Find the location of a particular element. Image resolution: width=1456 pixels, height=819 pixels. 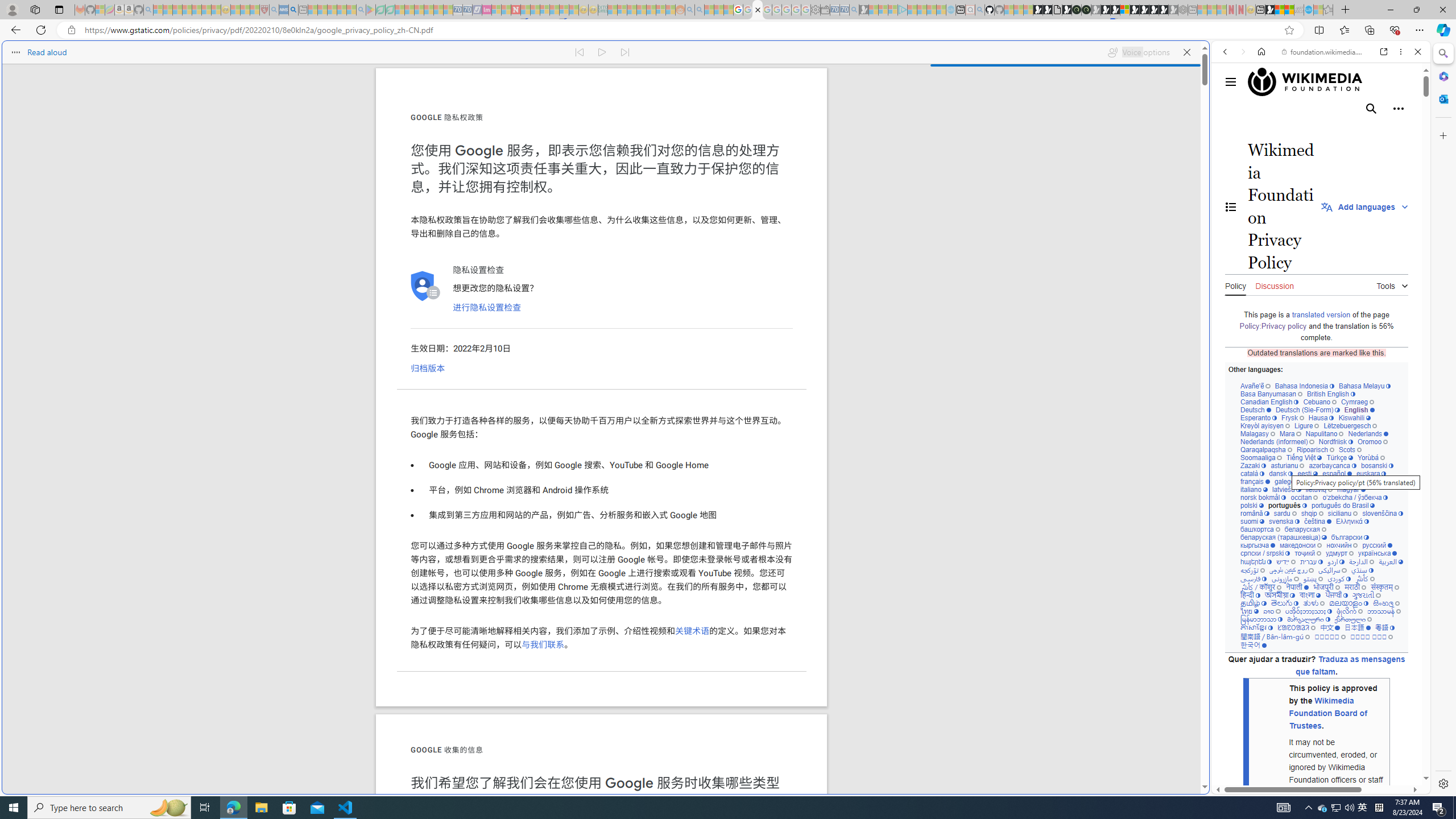

'Qaraqalpaqsha' is located at coordinates (1266, 449).